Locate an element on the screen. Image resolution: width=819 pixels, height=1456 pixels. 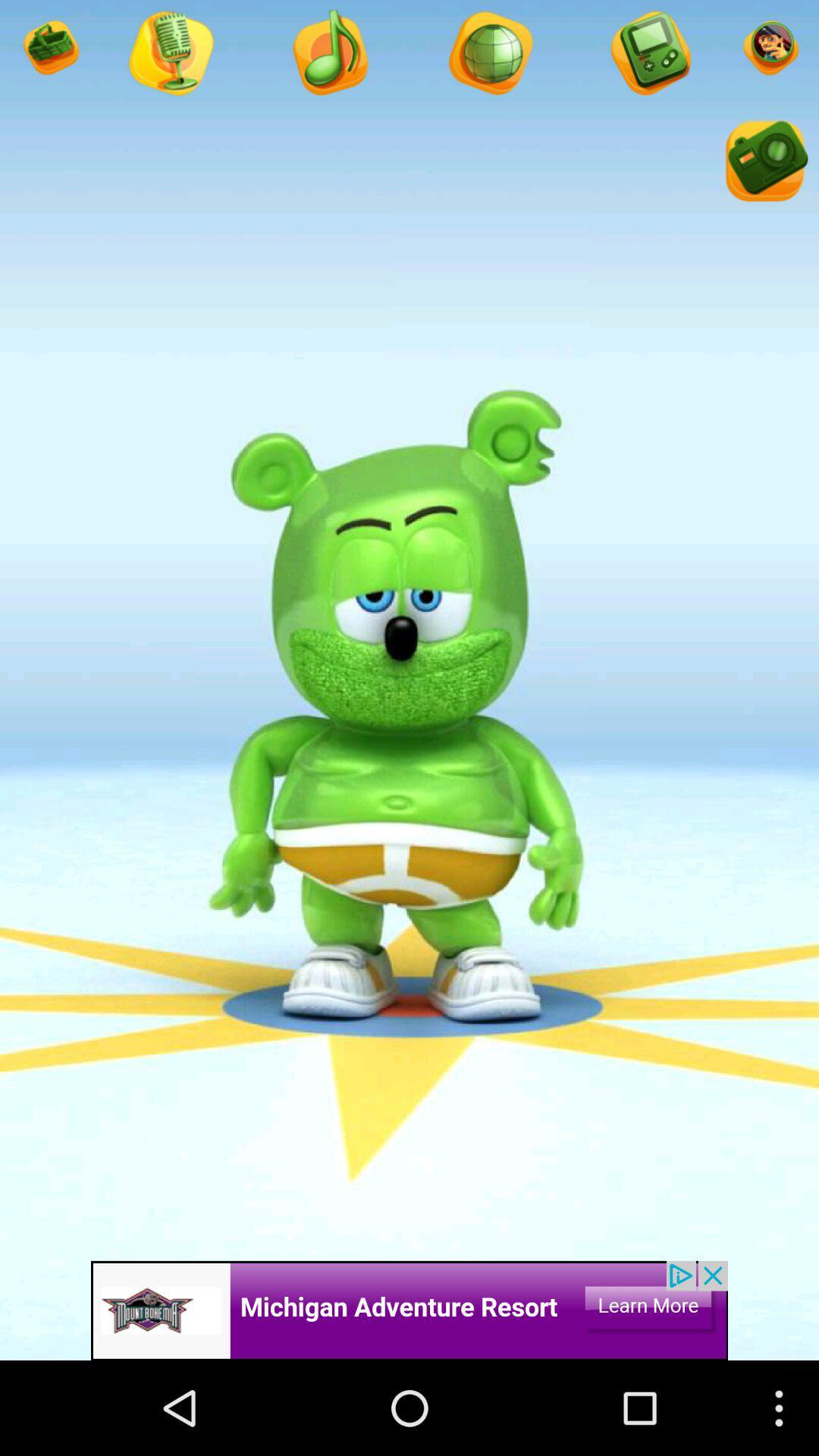
the photo icon is located at coordinates (764, 175).